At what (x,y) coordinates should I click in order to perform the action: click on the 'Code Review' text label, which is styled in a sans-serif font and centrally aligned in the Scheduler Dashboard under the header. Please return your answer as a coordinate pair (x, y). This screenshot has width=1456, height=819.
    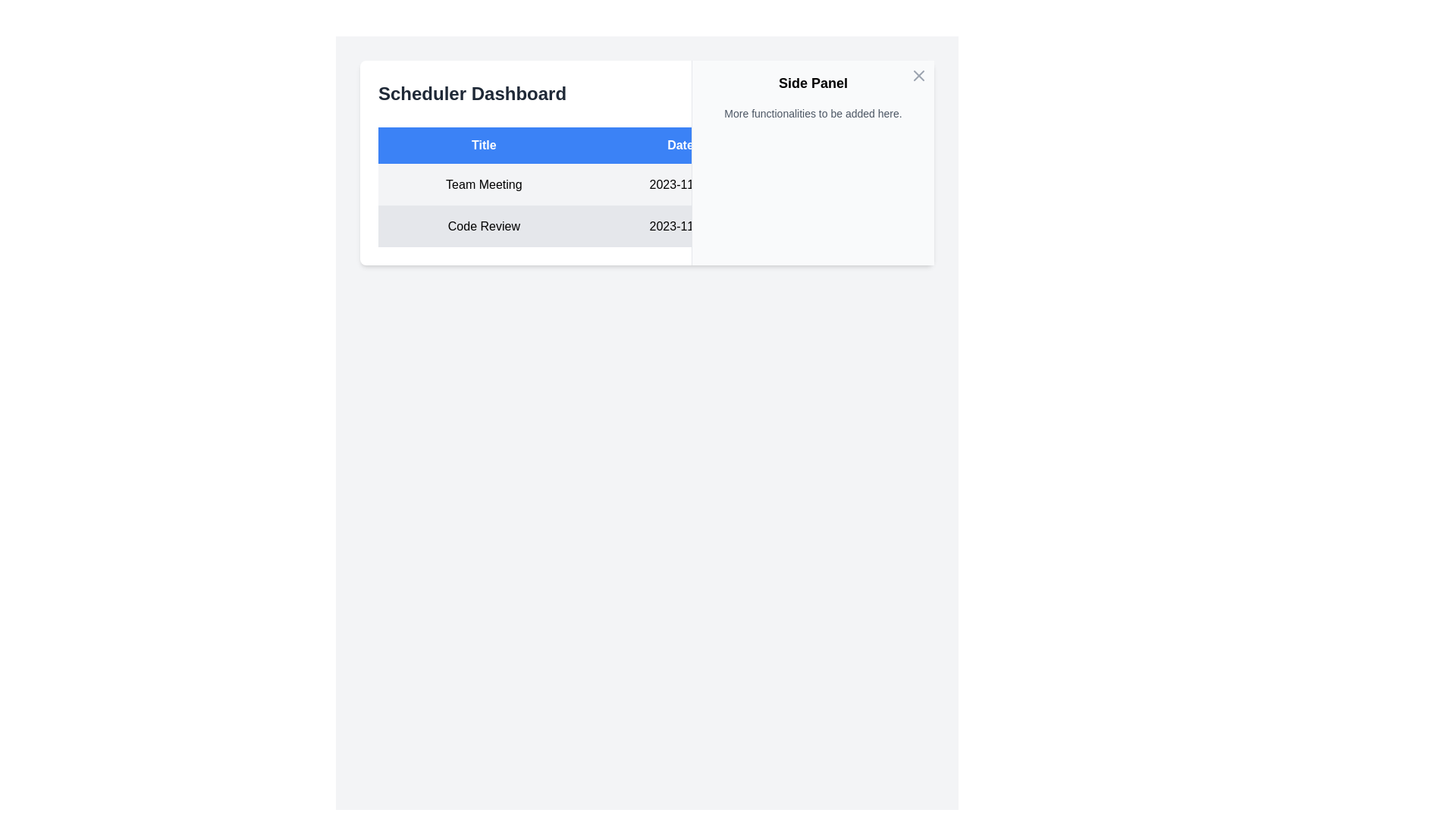
    Looking at the image, I should click on (483, 226).